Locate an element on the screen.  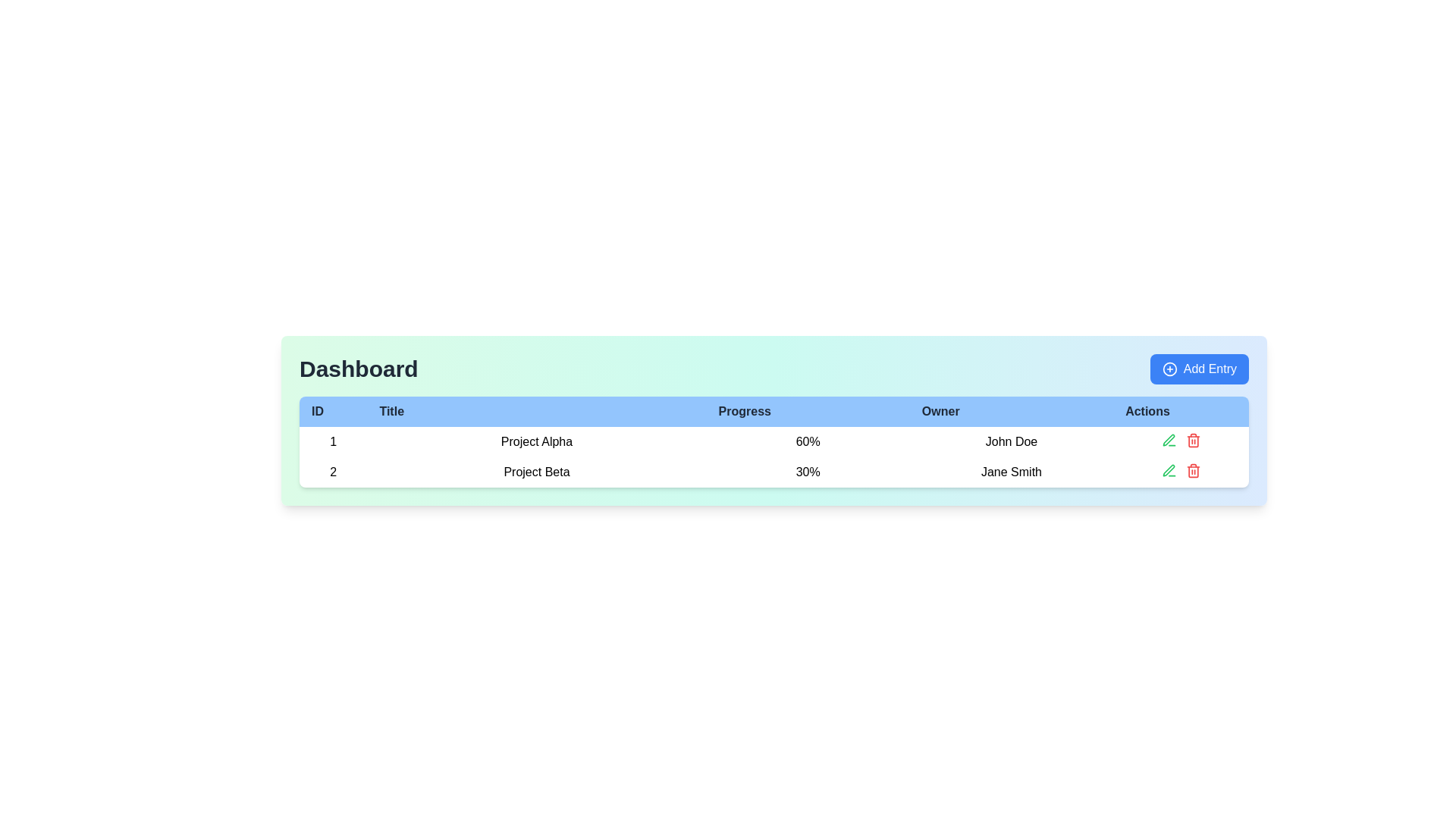
the red trash can icon in the 'Actions' column of the second row is located at coordinates (1192, 441).